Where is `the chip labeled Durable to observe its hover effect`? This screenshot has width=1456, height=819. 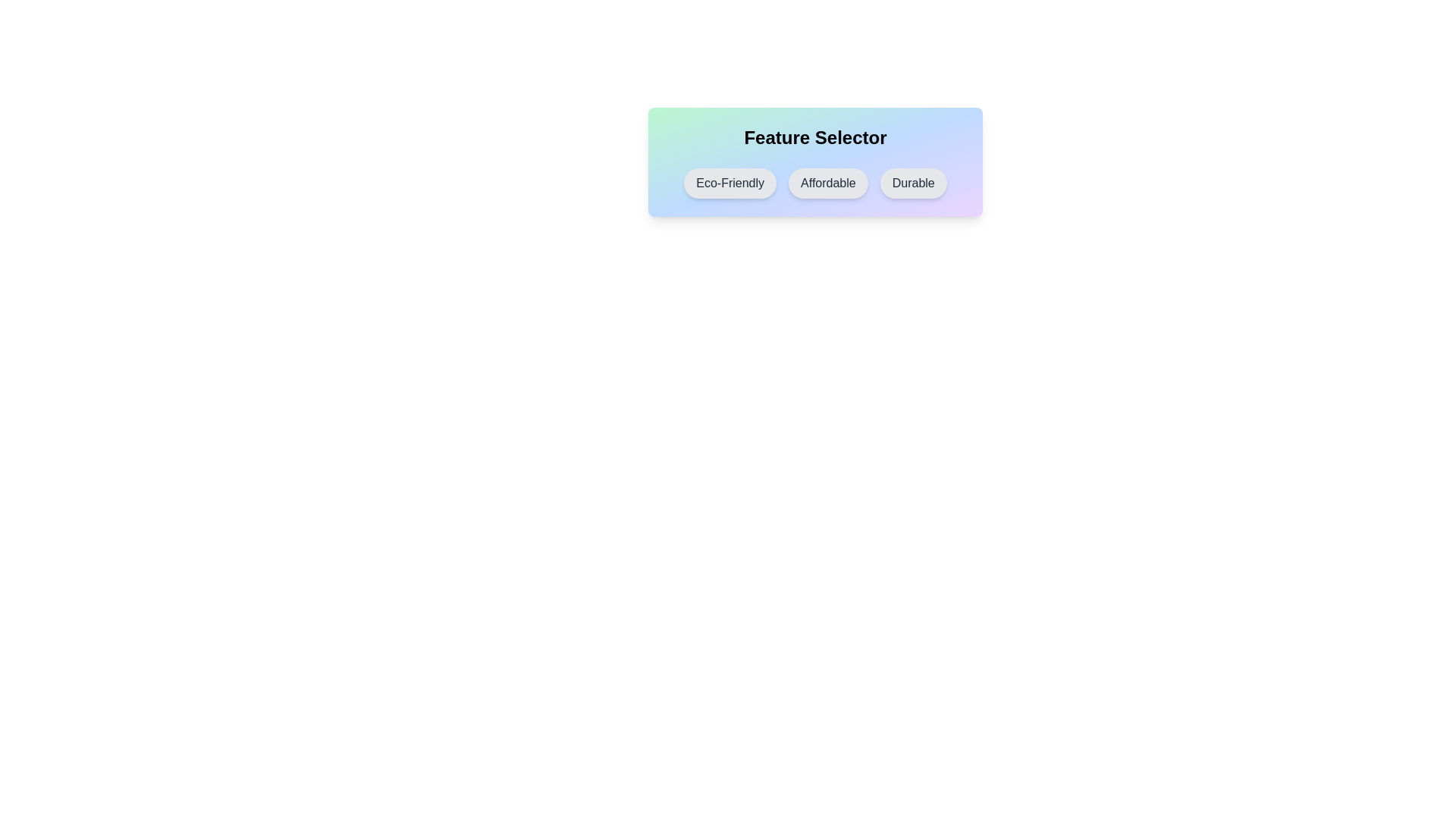 the chip labeled Durable to observe its hover effect is located at coordinates (912, 183).